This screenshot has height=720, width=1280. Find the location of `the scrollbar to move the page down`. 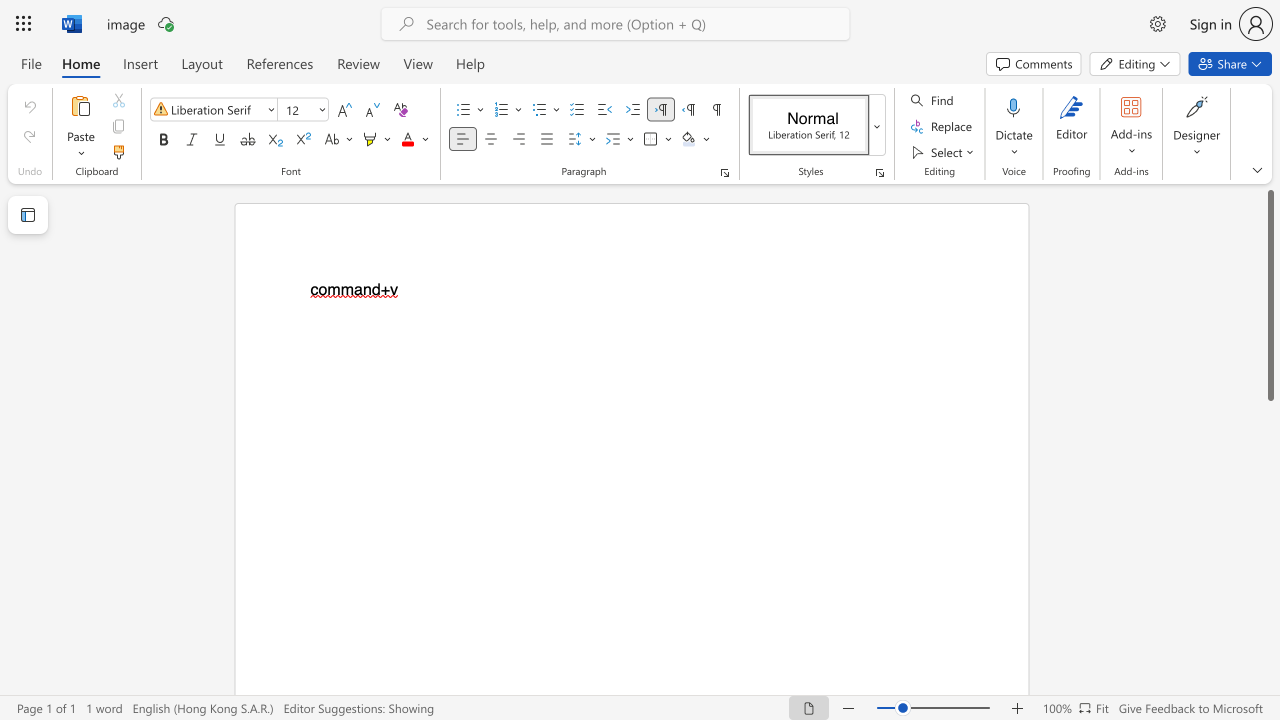

the scrollbar to move the page down is located at coordinates (1269, 608).